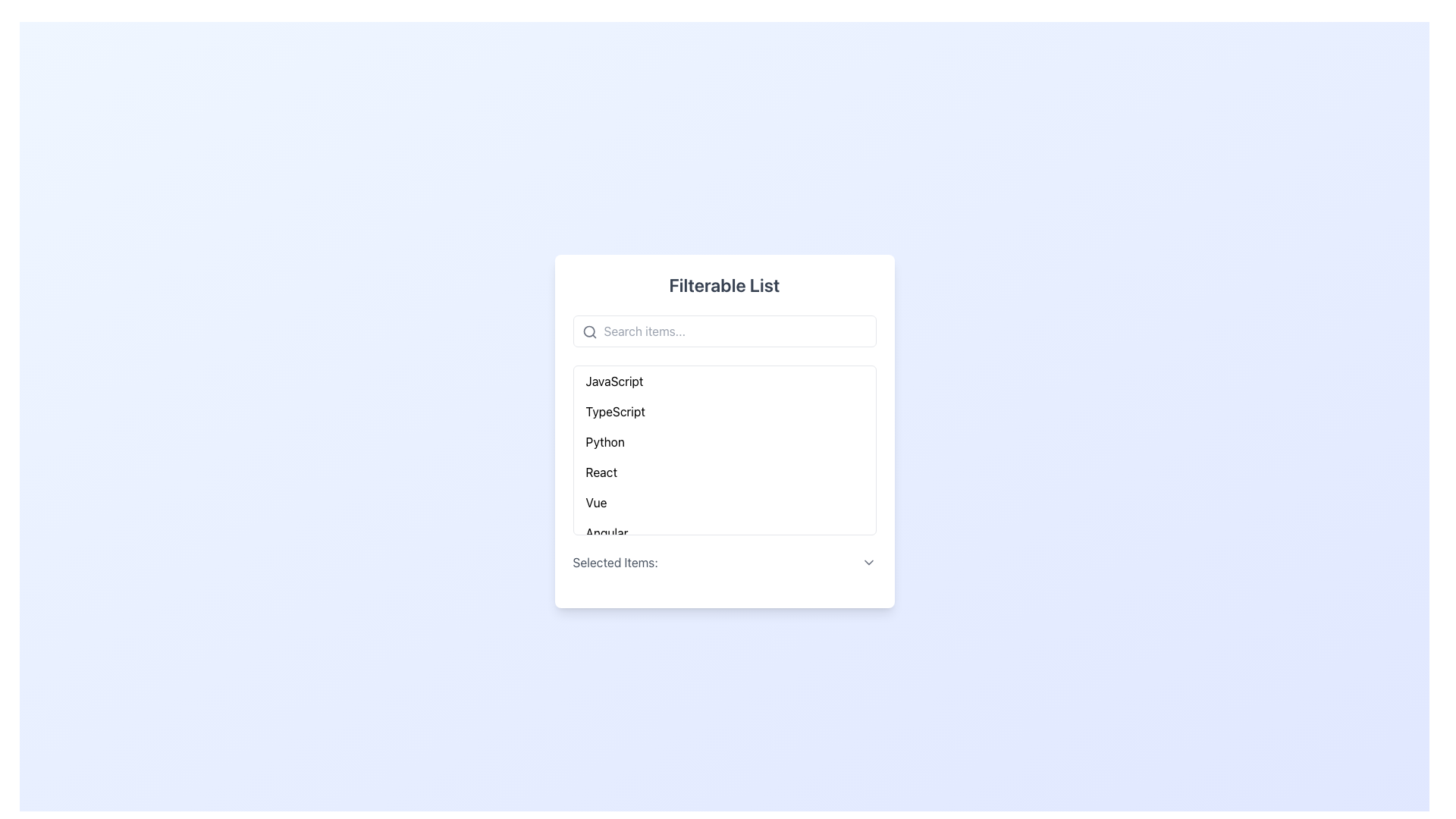  I want to click on to select the 'Python' option in the selectable list item positioned as the third item beneath the 'Filterable List' input field, so click(723, 441).